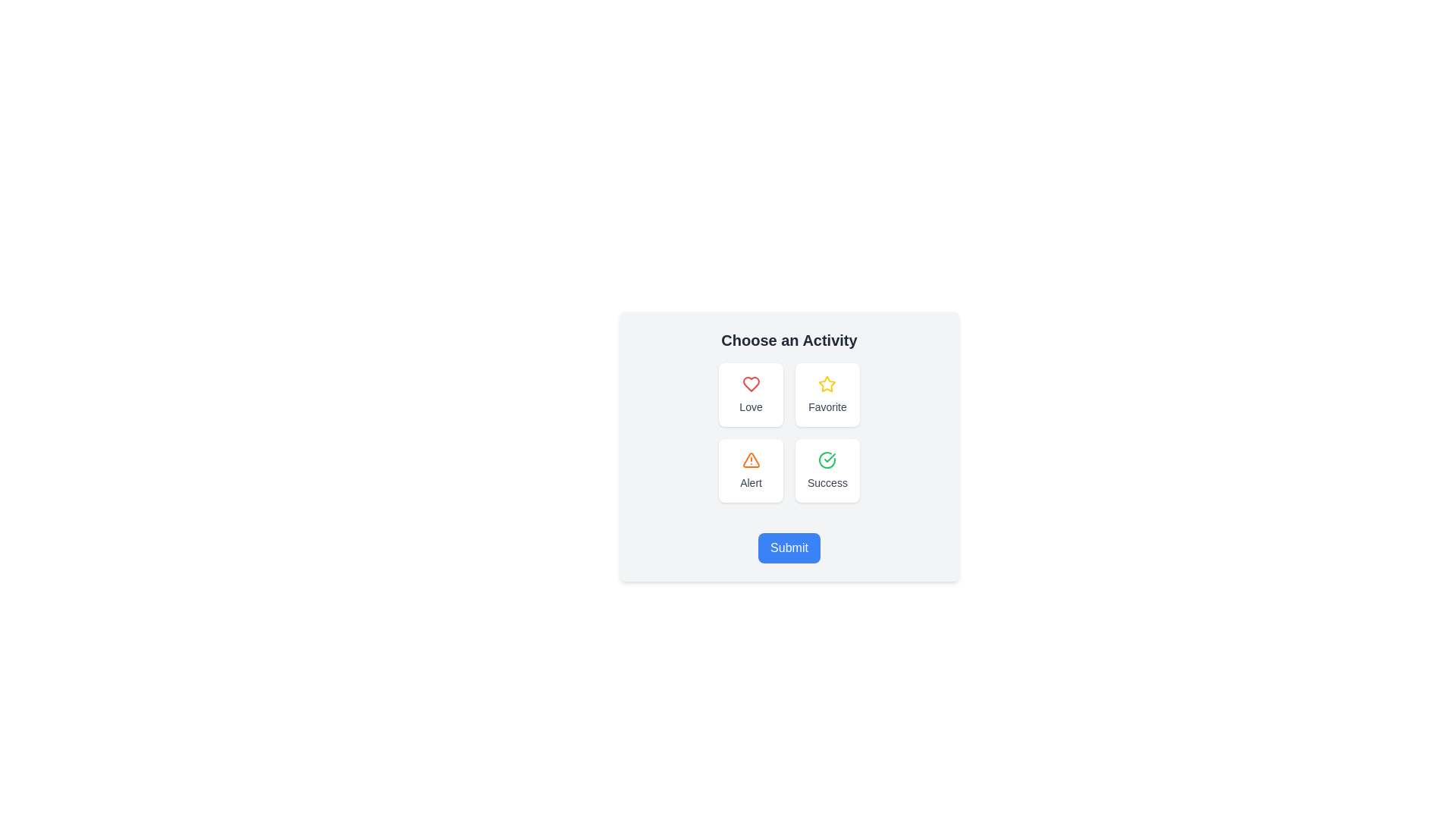  What do you see at coordinates (827, 482) in the screenshot?
I see `the 'Success' text label displayed in a small gray font, located below the green check icon within the panel` at bounding box center [827, 482].